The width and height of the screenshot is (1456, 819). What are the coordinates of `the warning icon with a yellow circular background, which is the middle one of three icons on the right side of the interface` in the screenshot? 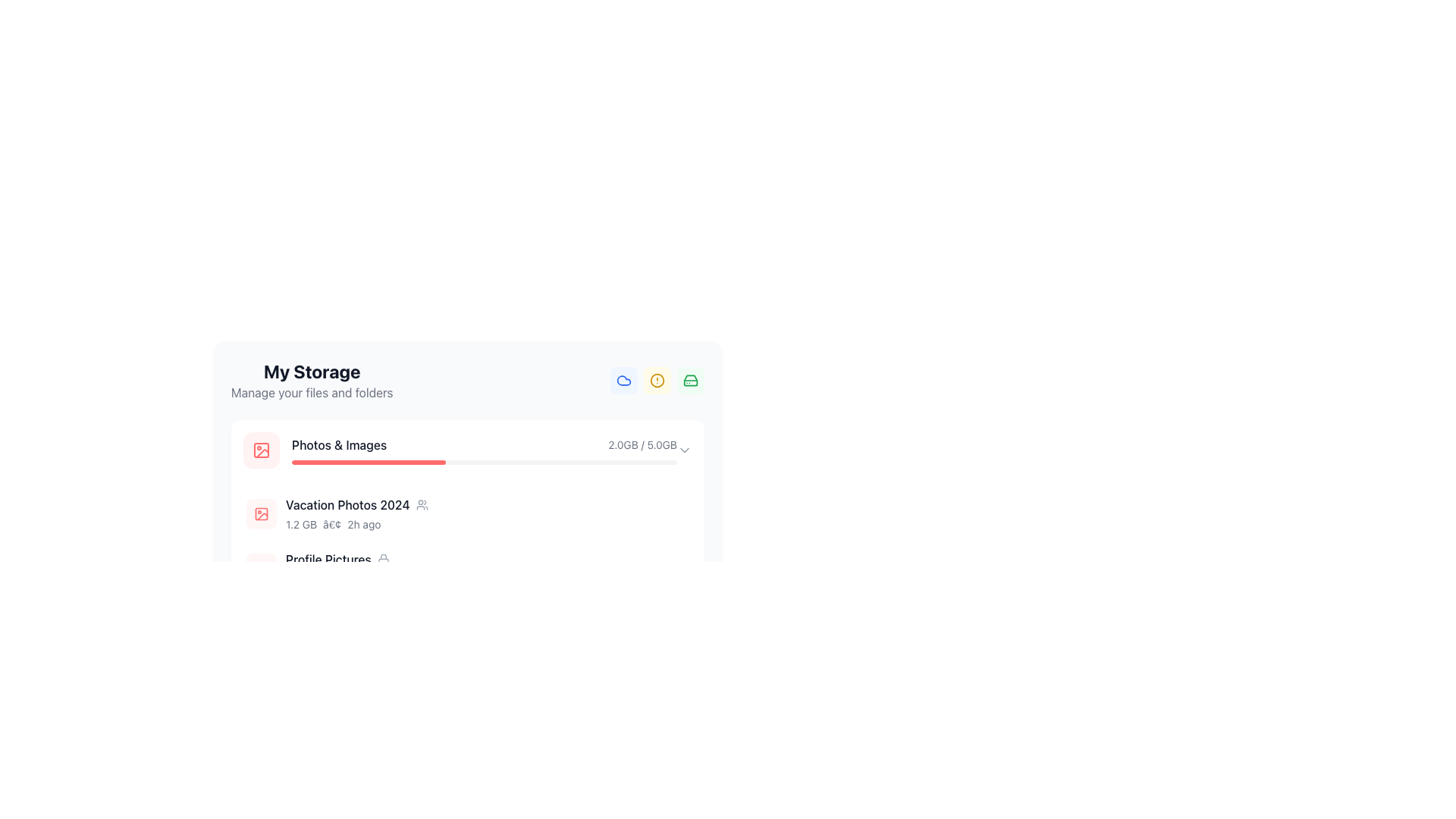 It's located at (657, 379).